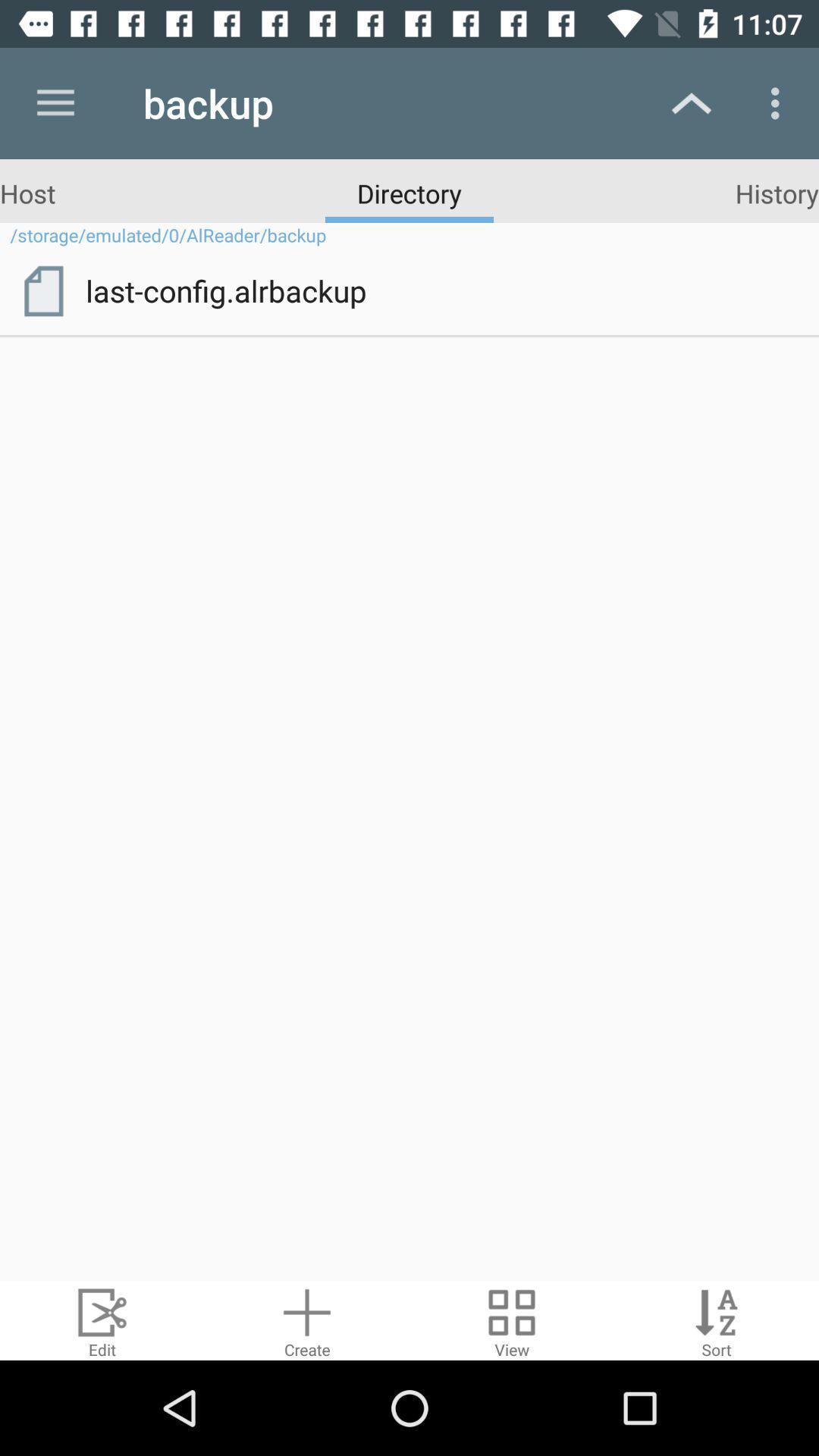 The image size is (819, 1456). I want to click on the item above storage emulated 0, so click(27, 192).